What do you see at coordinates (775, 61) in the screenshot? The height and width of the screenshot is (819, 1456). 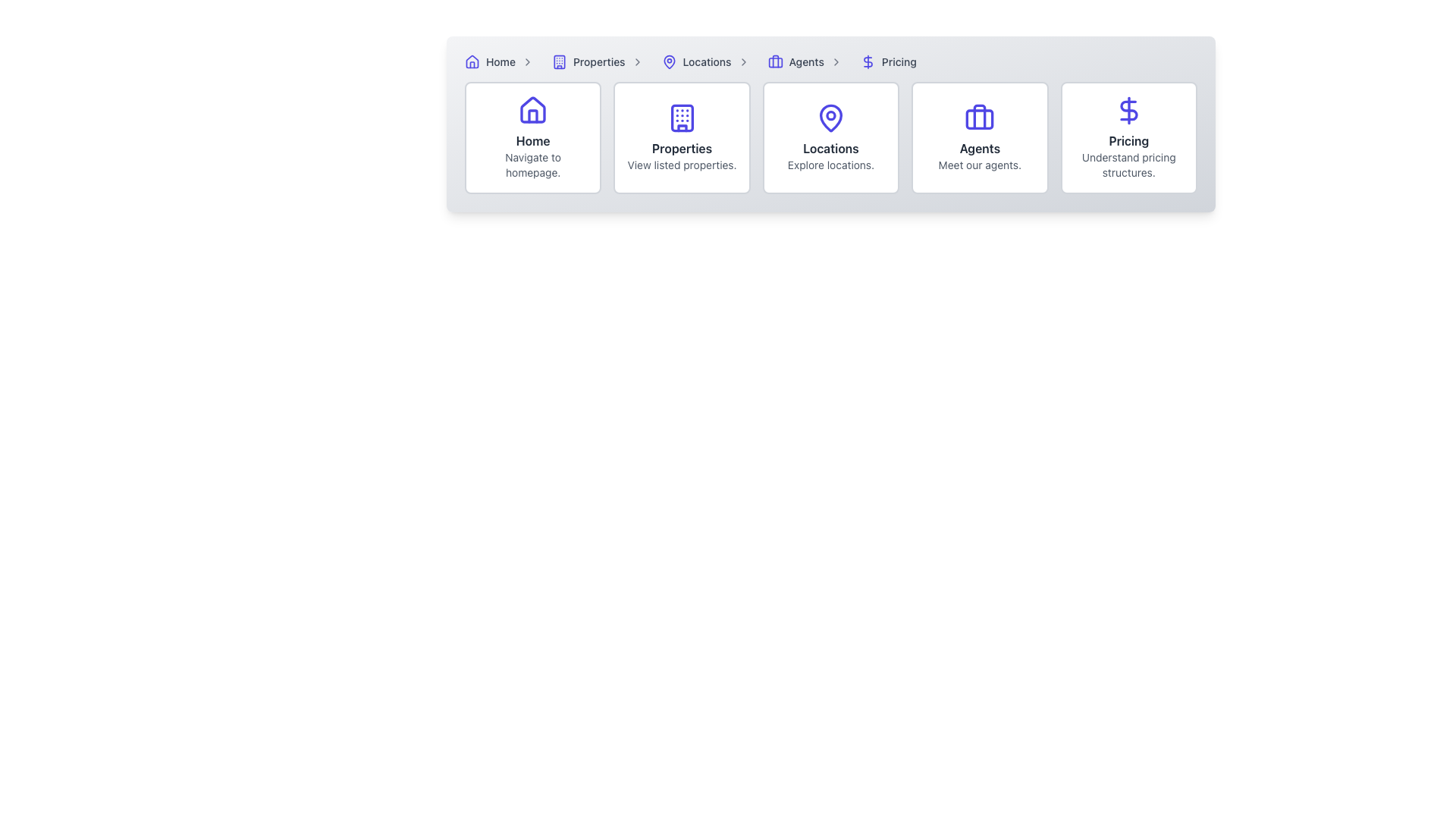 I see `the briefcase icon in the 'Agents' section of the navigation bar, which is positioned to the left of the text 'Agents'` at bounding box center [775, 61].